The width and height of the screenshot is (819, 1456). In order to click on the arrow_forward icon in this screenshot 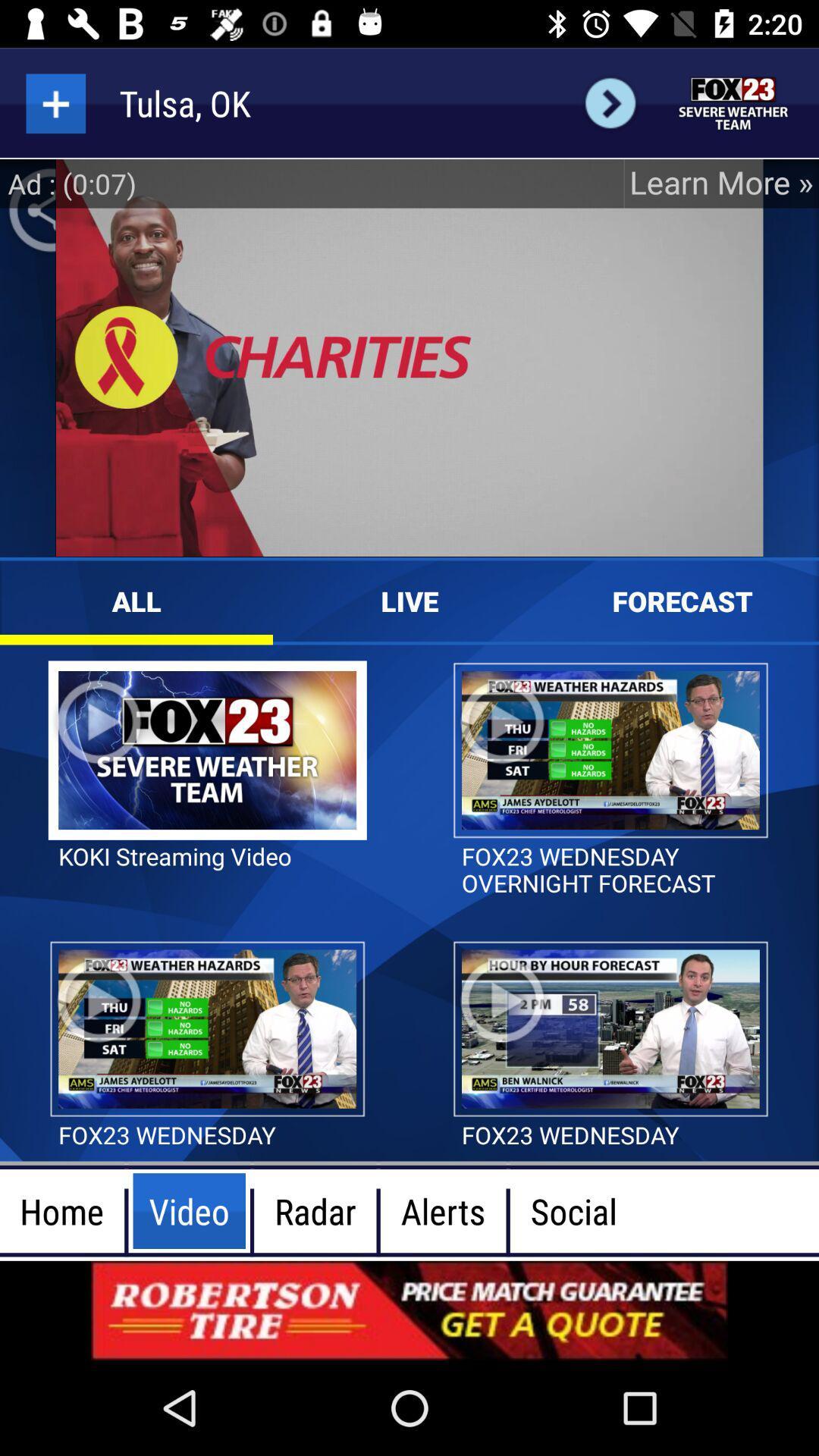, I will do `click(610, 102)`.